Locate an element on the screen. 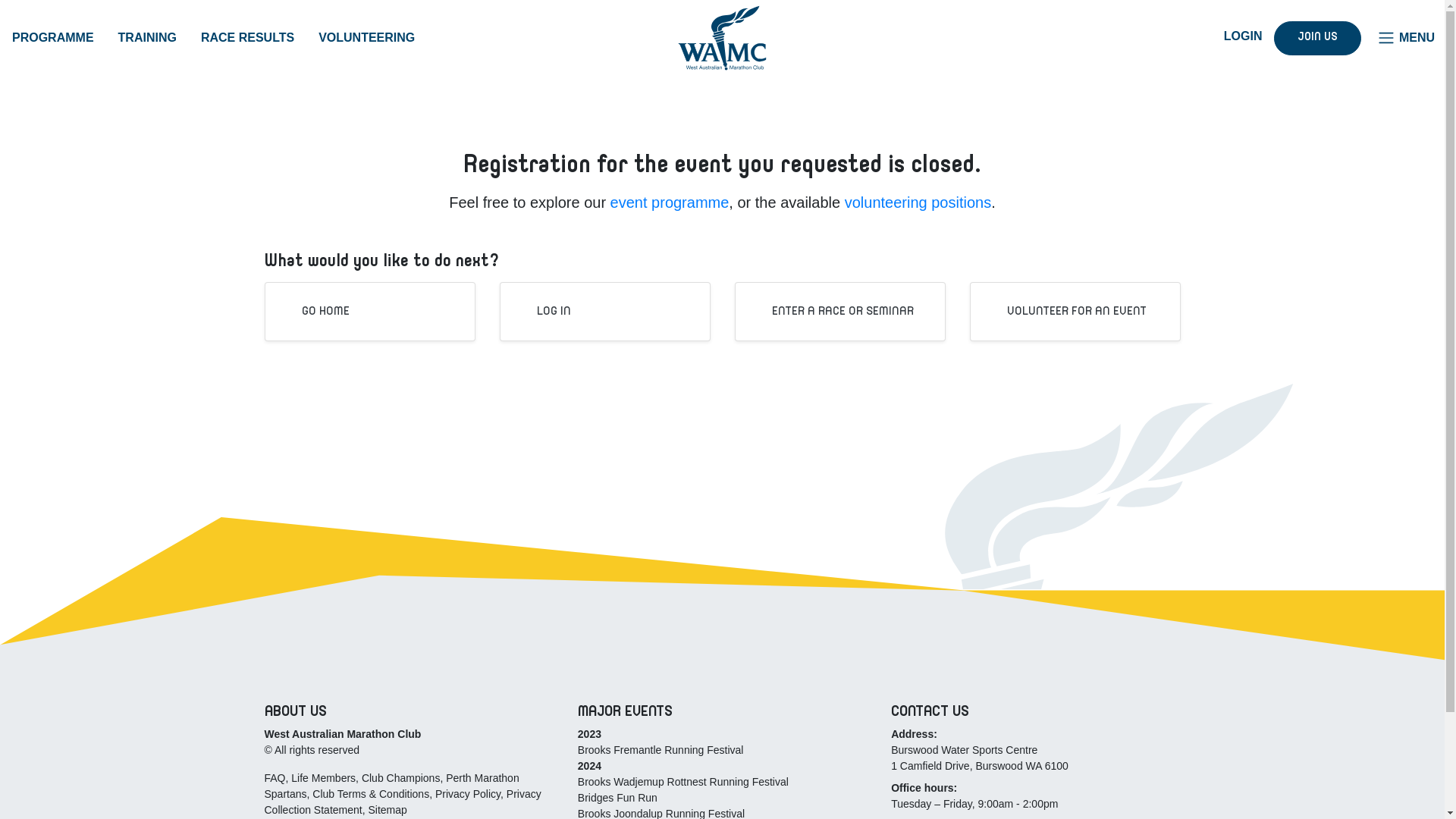 This screenshot has width=1456, height=819. 'Bridges Fun Run' is located at coordinates (617, 797).